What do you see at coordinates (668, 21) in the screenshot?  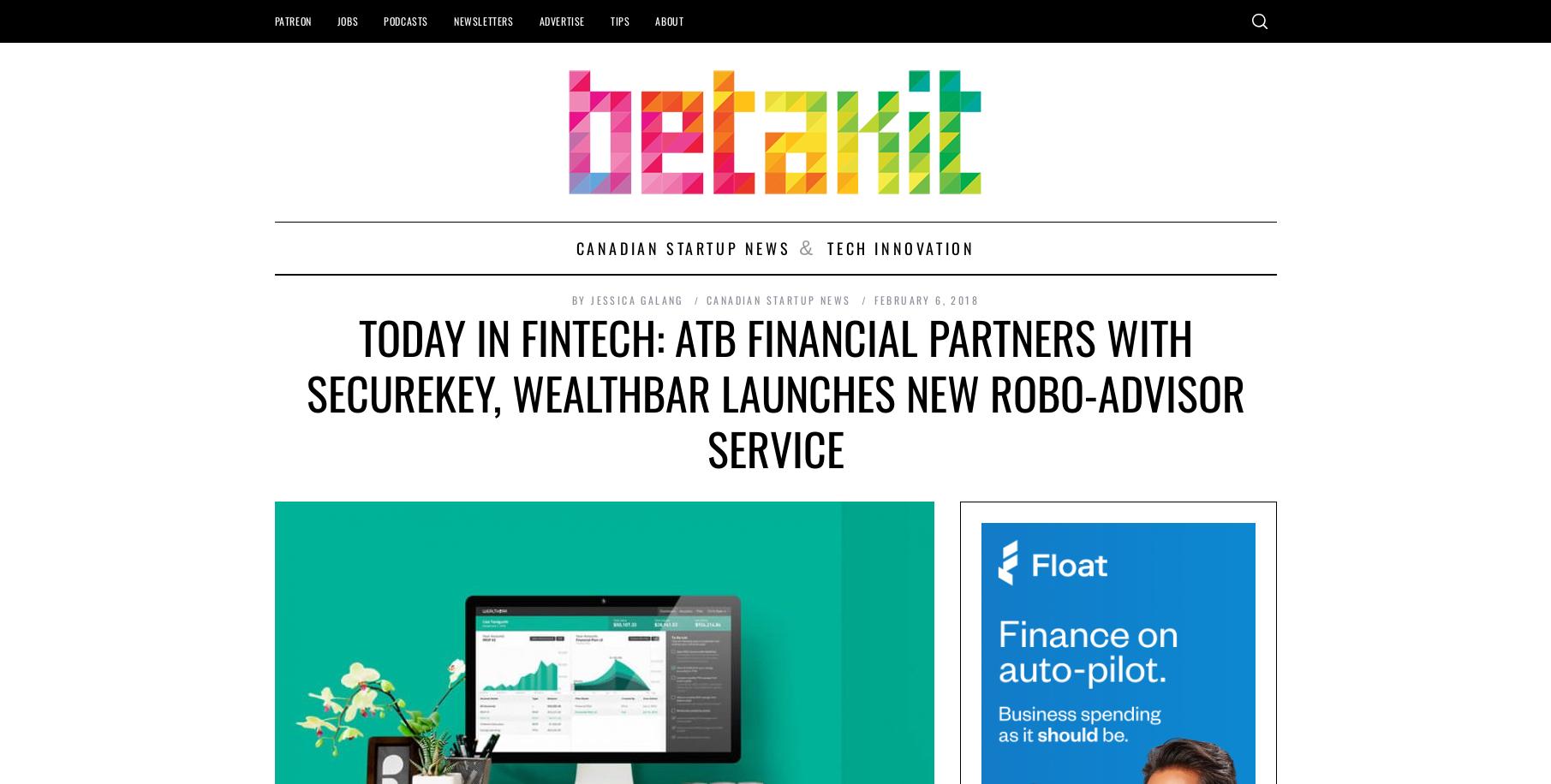 I see `'About'` at bounding box center [668, 21].